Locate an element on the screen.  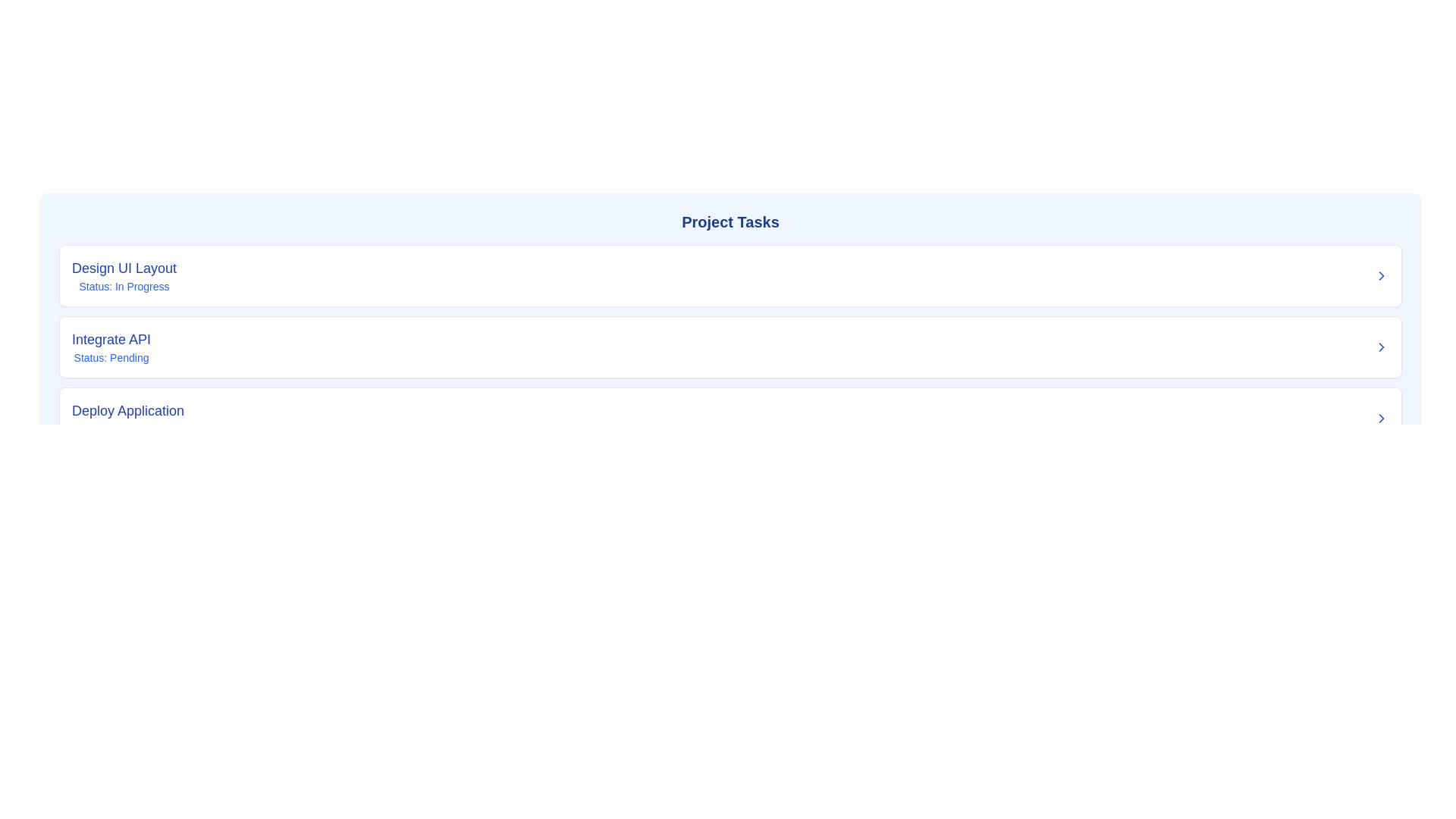
the small right-facing chevron icon outlined in blue, located next to the 'Integrate API' list item is located at coordinates (1382, 347).